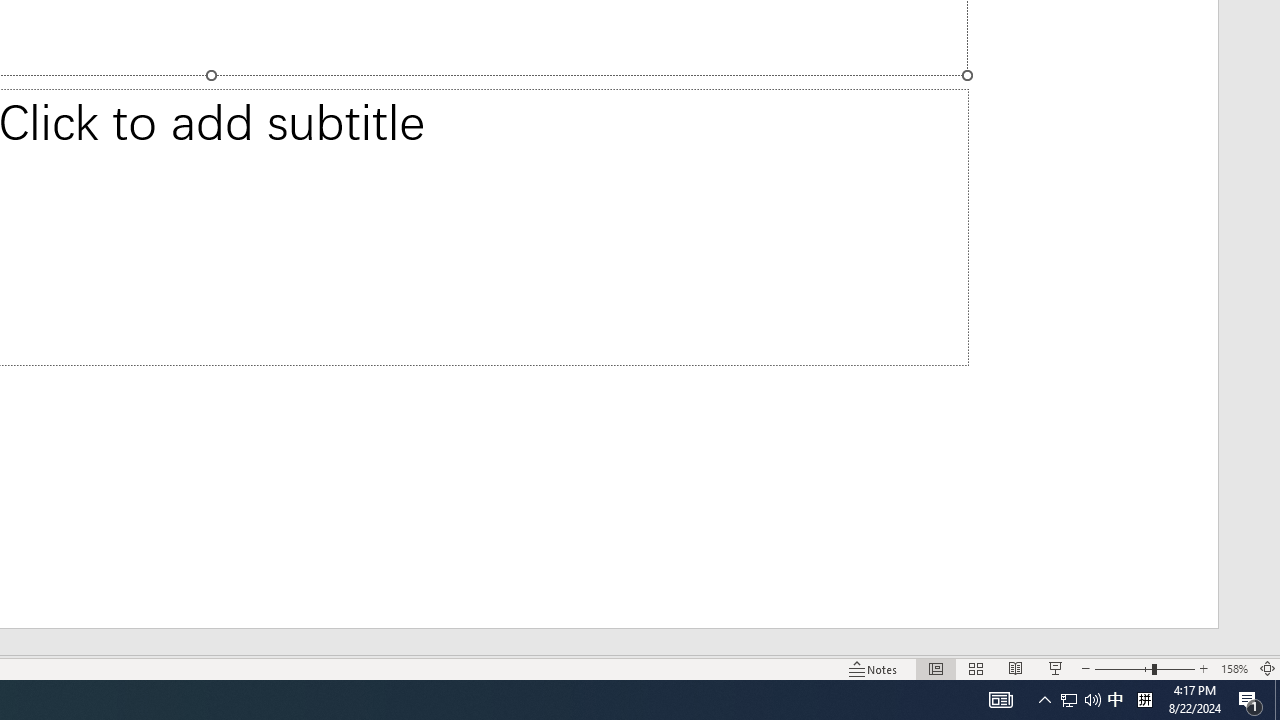 Image resolution: width=1280 pixels, height=720 pixels. Describe the element at coordinates (1123, 669) in the screenshot. I see `'Zoom Out'` at that location.